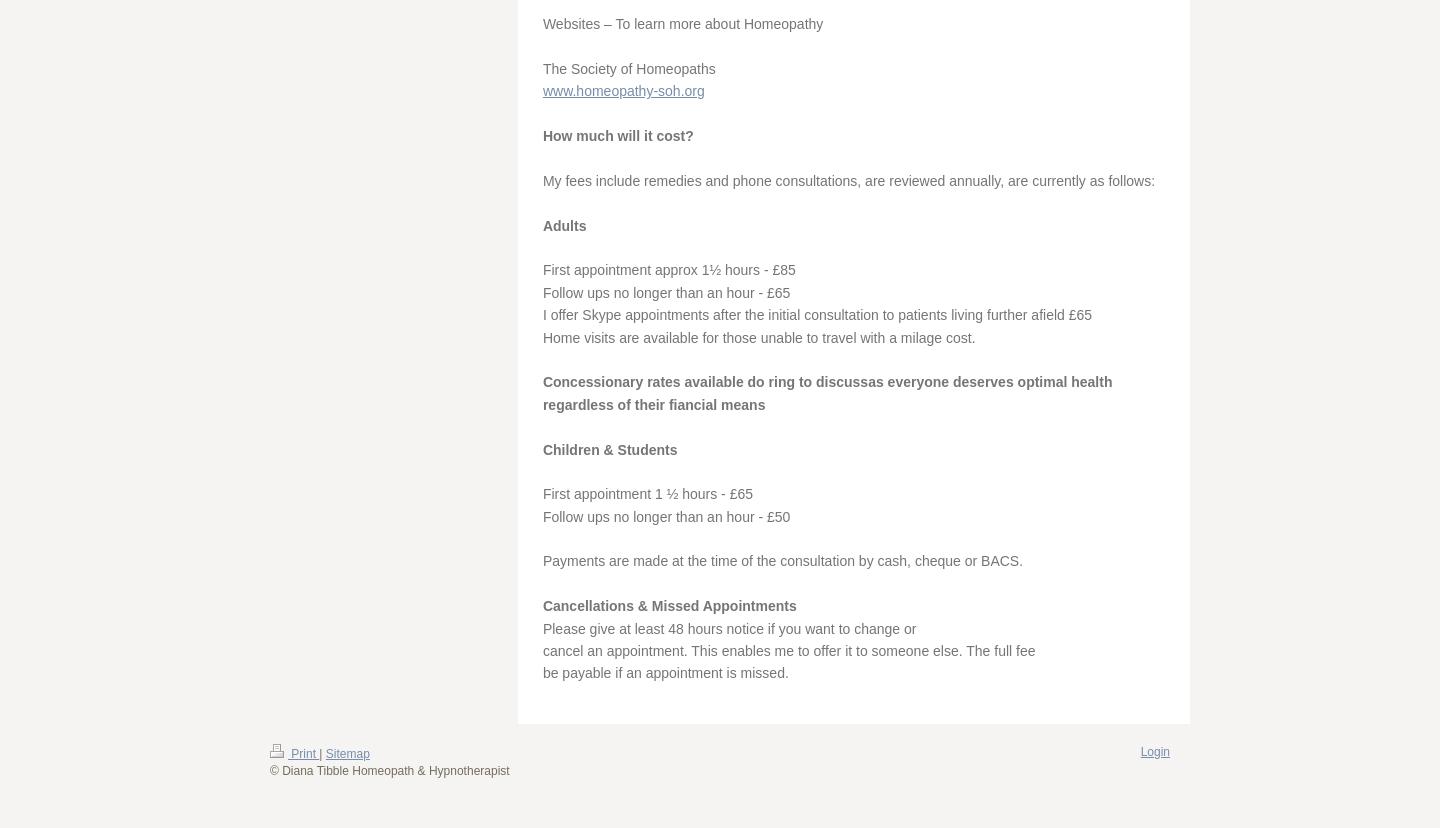 This screenshot has height=828, width=1440. Describe the element at coordinates (542, 448) in the screenshot. I see `'Children & Students'` at that location.